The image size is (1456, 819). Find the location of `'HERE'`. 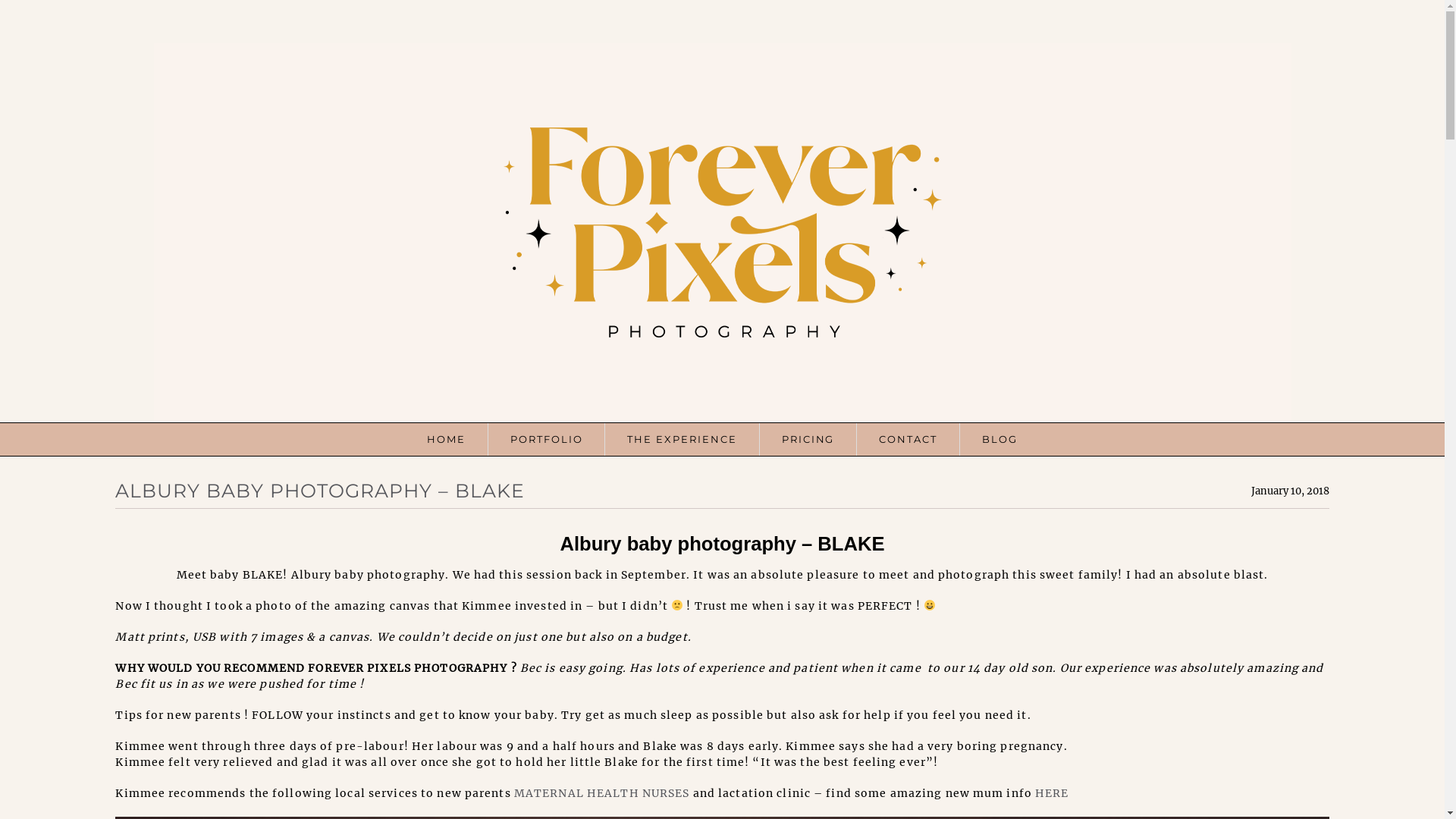

'HERE' is located at coordinates (1034, 792).